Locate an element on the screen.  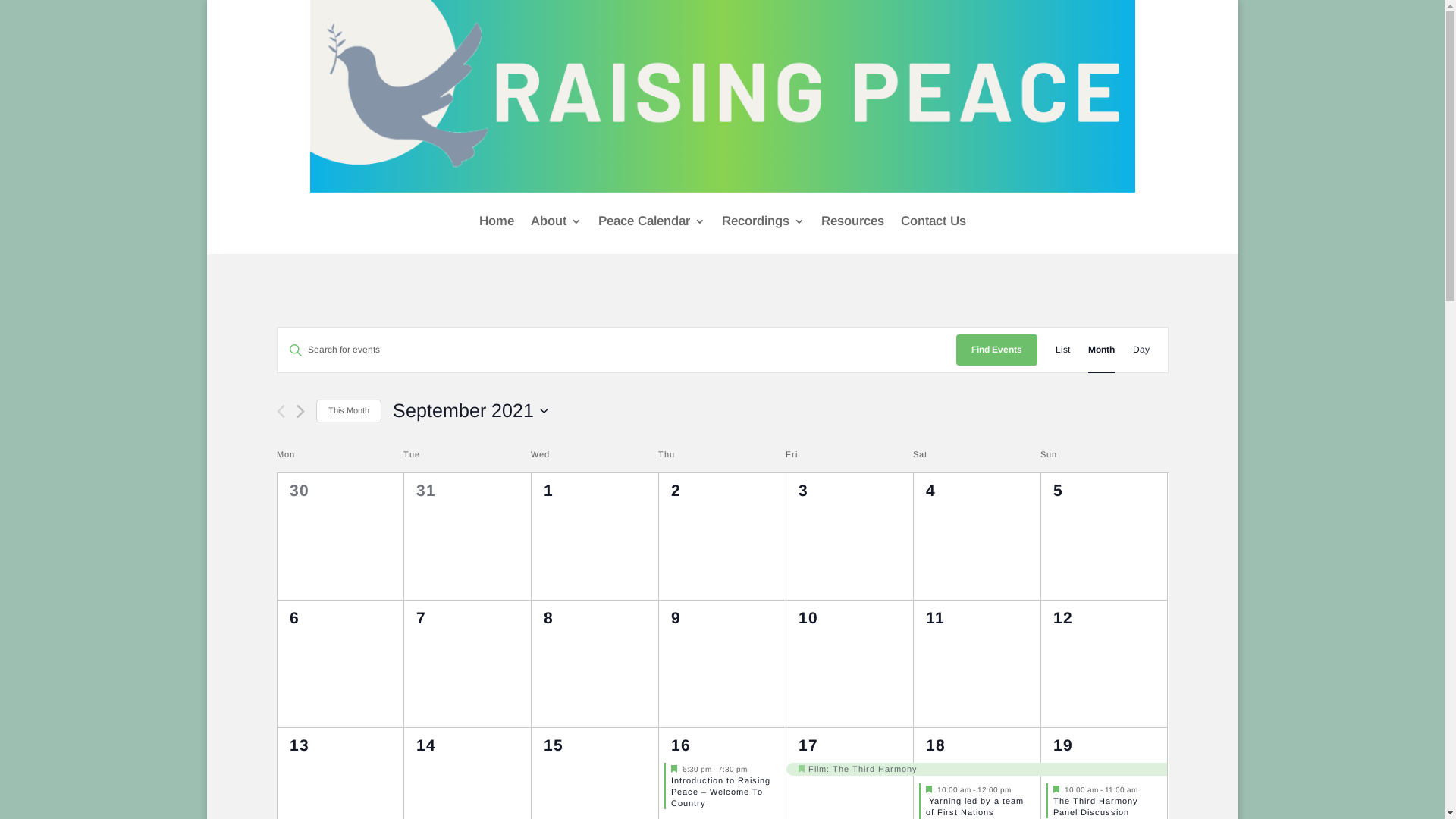
'About' is located at coordinates (531, 221).